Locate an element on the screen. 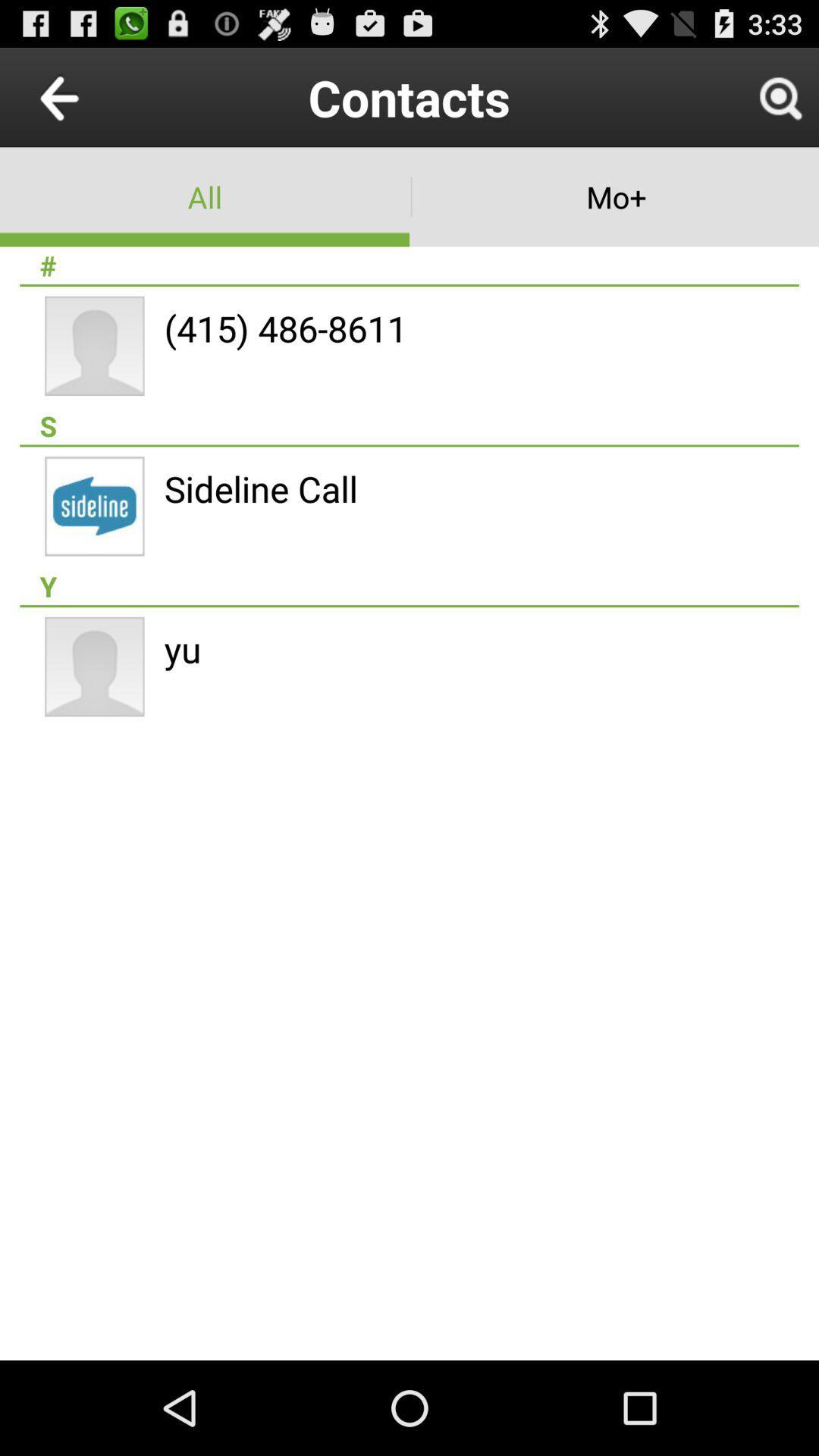 The height and width of the screenshot is (1456, 819). the # item is located at coordinates (409, 265).